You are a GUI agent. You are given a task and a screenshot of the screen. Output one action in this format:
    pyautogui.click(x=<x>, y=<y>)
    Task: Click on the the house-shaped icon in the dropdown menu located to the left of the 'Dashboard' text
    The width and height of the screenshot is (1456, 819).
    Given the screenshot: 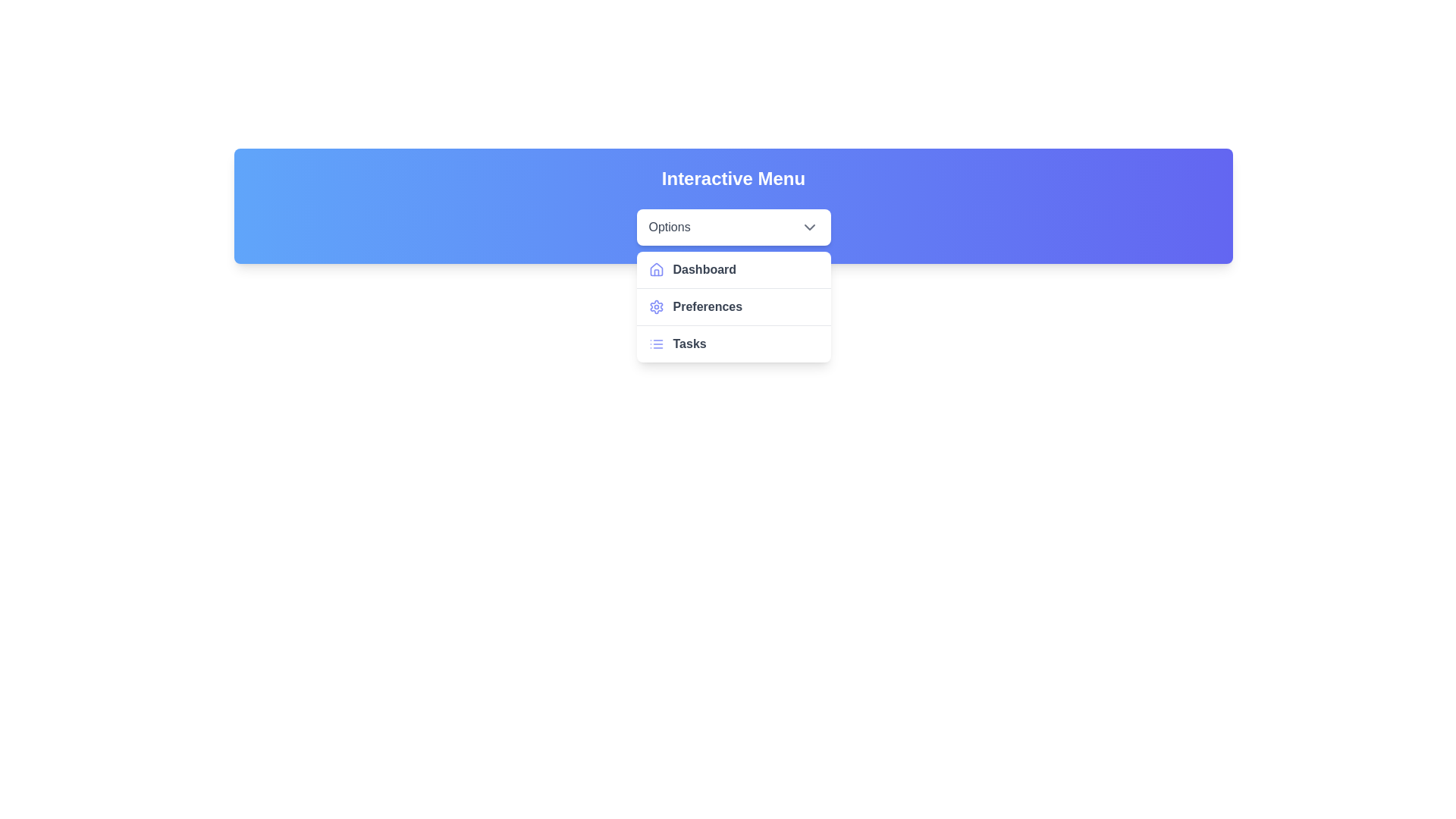 What is the action you would take?
    pyautogui.click(x=656, y=268)
    